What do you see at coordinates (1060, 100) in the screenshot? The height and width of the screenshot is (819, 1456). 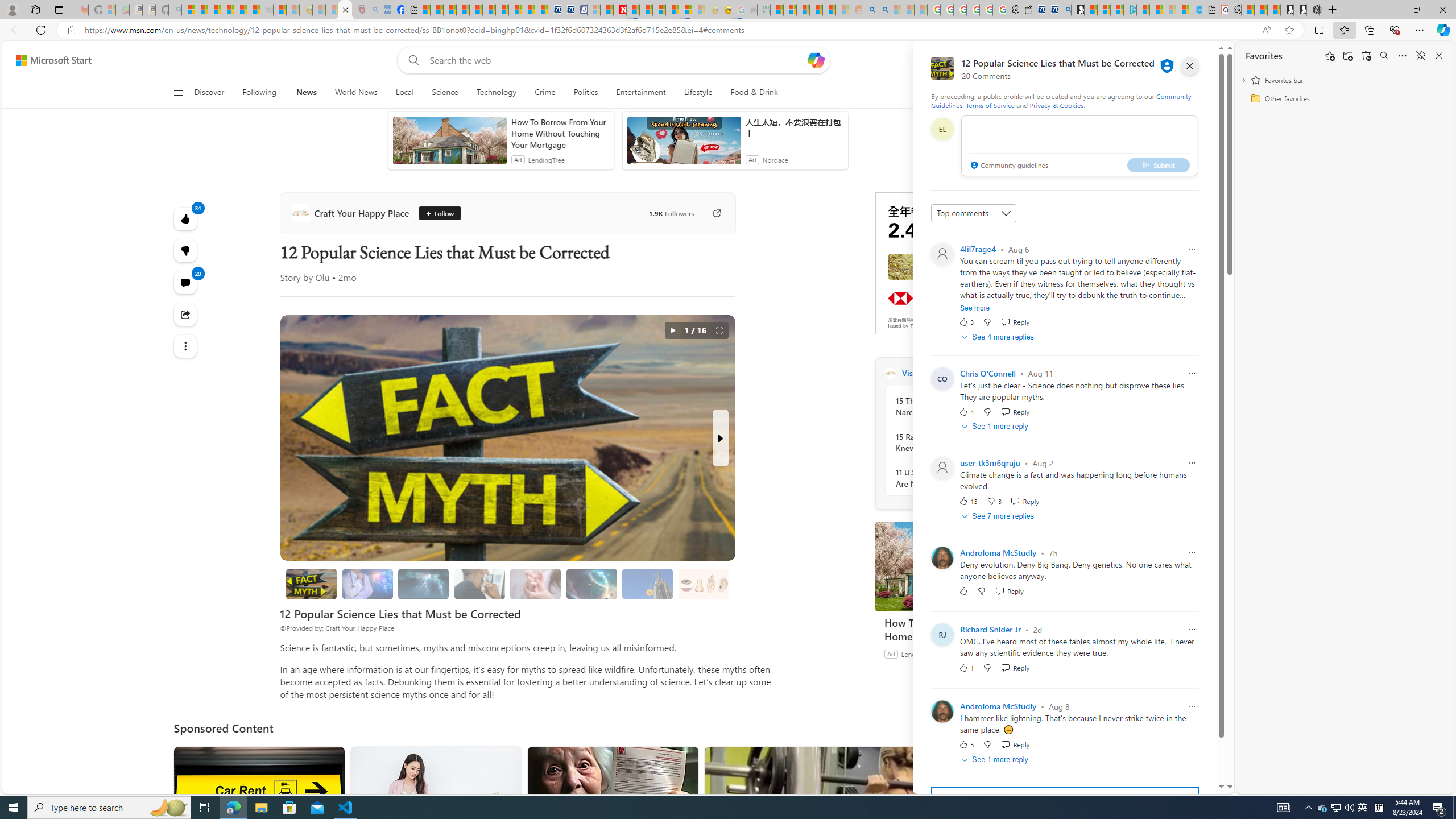 I see `'Community Guidelines'` at bounding box center [1060, 100].